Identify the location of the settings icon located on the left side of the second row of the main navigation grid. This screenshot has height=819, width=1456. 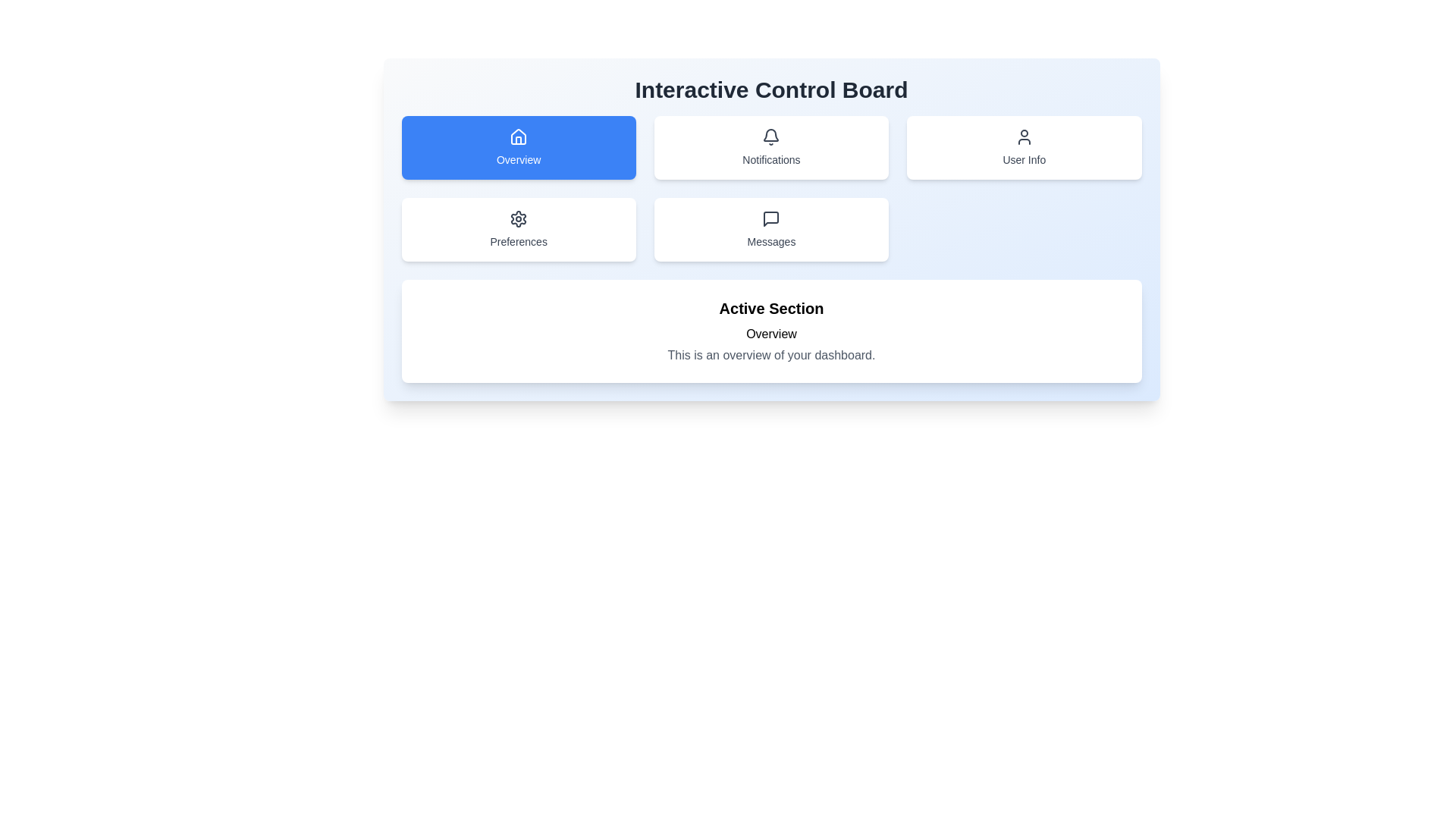
(519, 219).